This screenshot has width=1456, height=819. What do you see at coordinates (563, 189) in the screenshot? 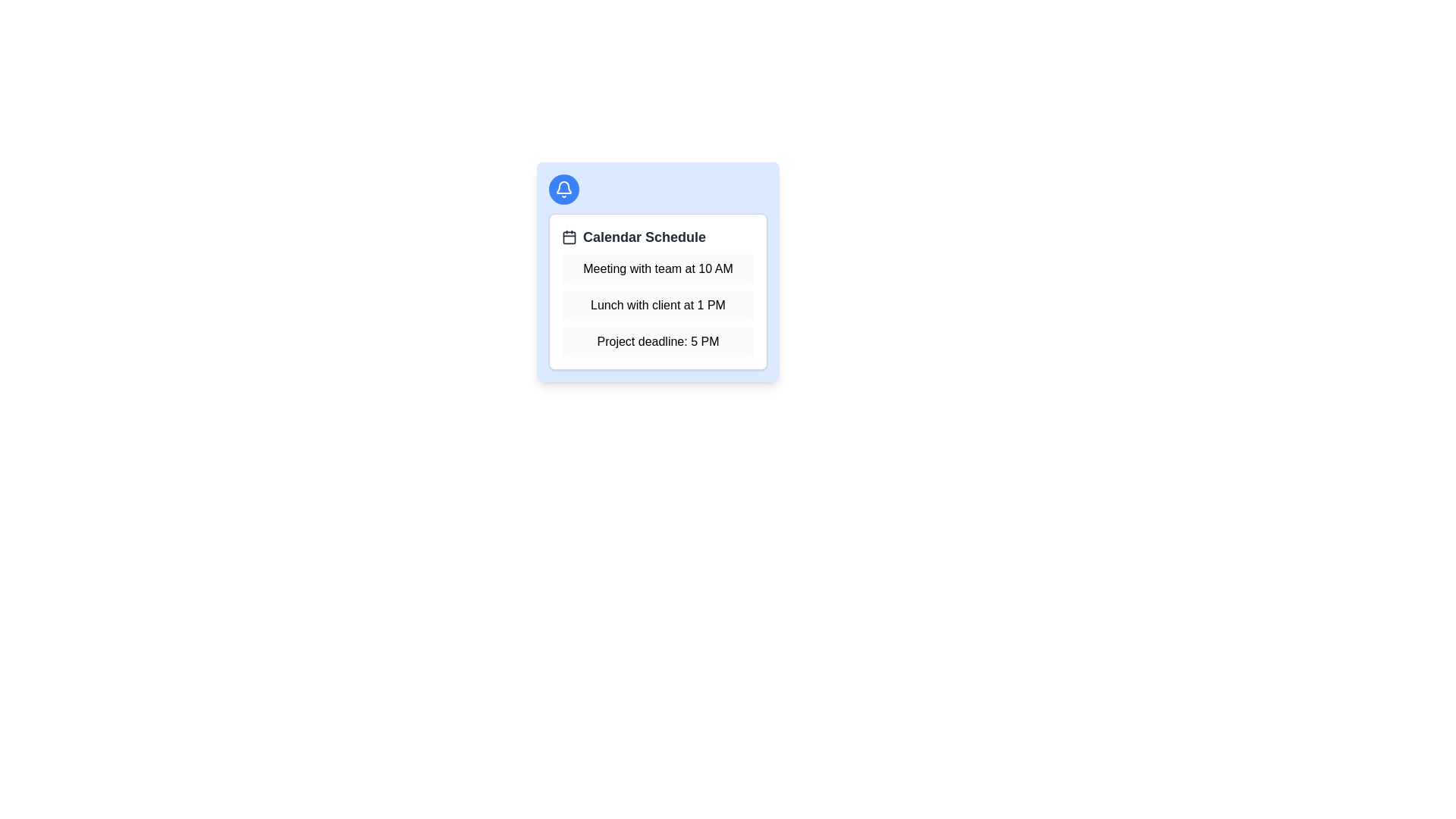
I see `the notification icon located at the top-left corner of the rounded blue button to interact with it` at bounding box center [563, 189].